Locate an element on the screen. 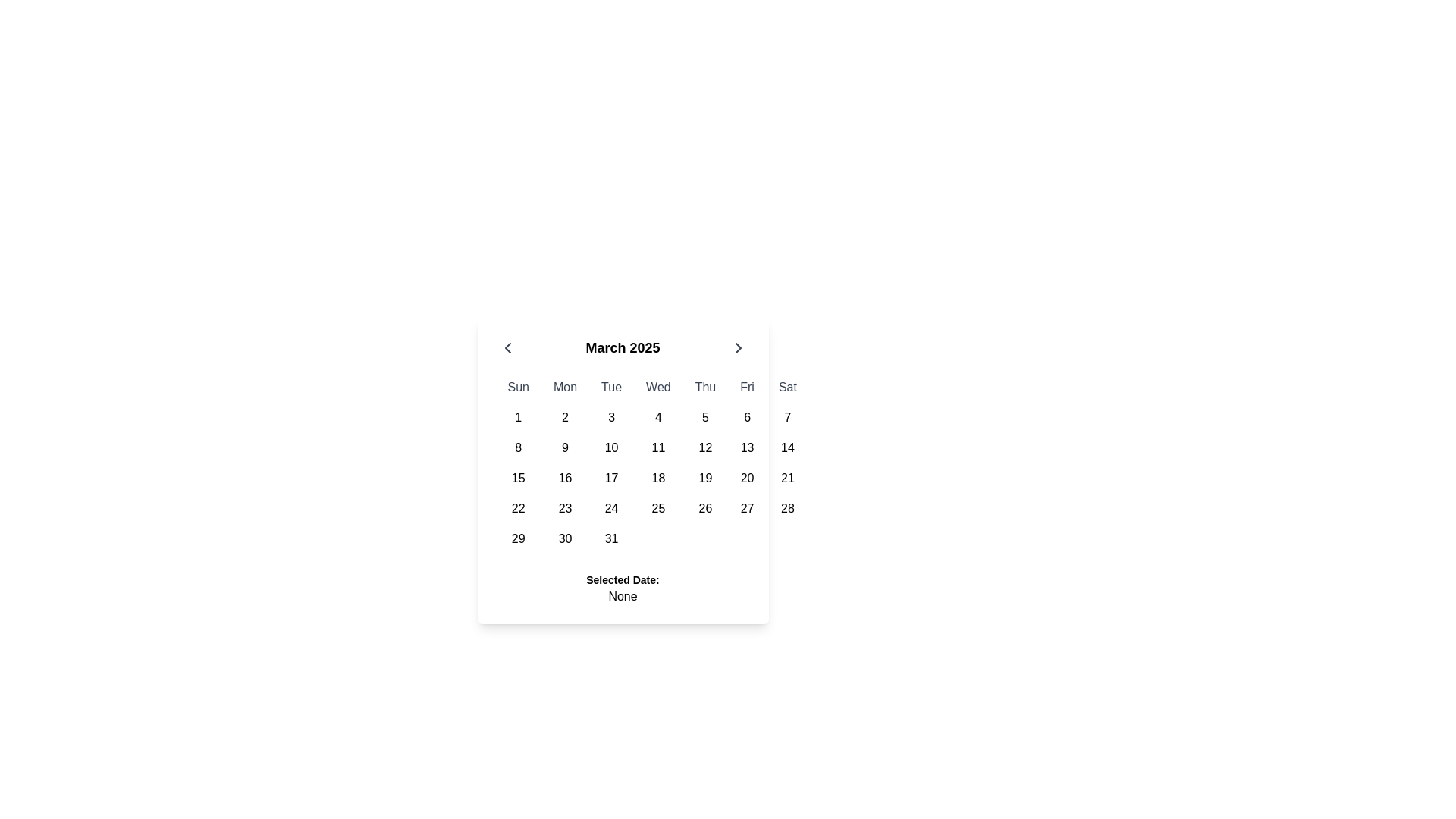 The width and height of the screenshot is (1456, 819). the leftmost button representing the date '29' in the calendar interface is located at coordinates (518, 538).